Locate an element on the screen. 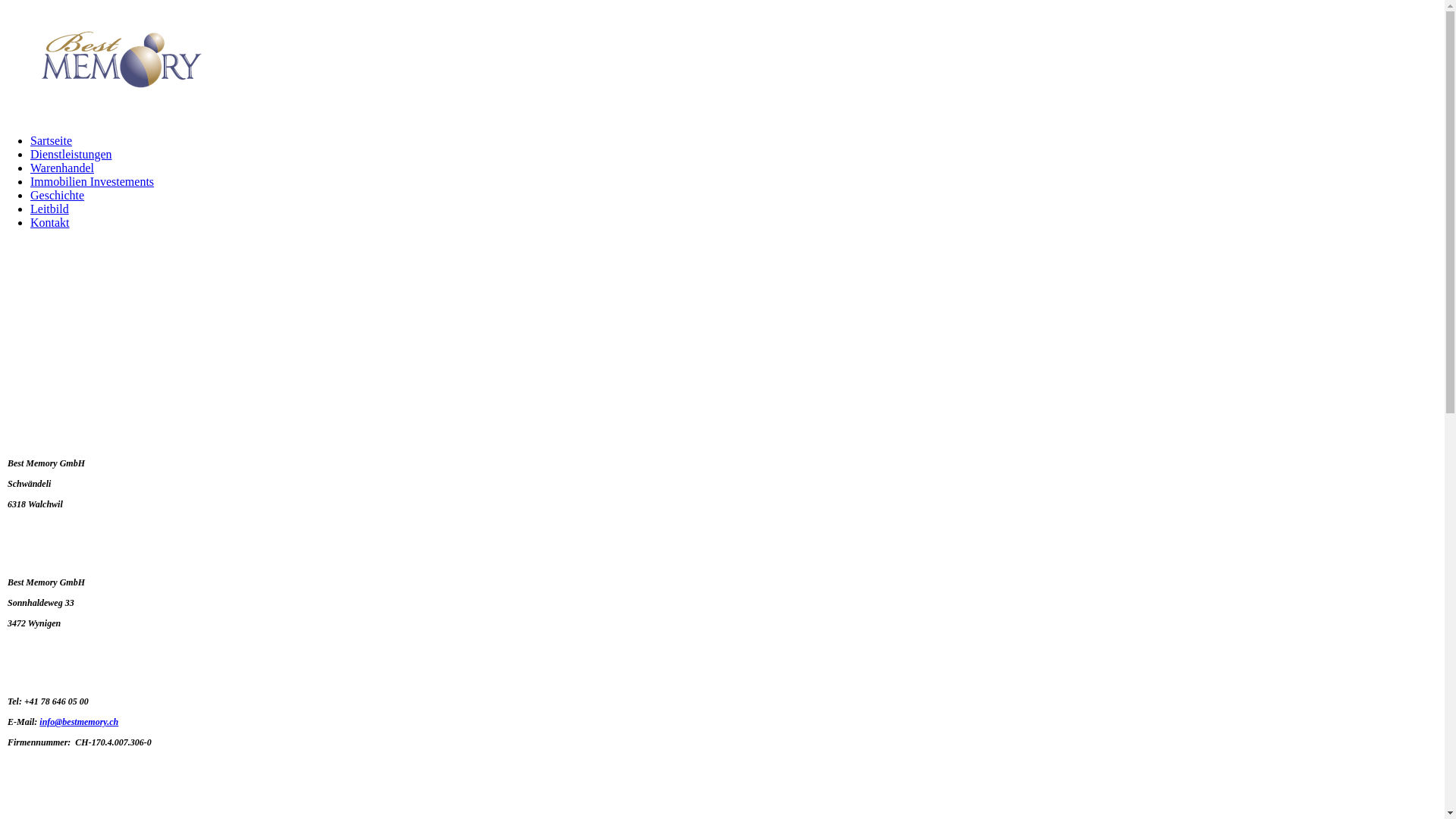 Image resolution: width=1456 pixels, height=819 pixels. 'Leitbild' is located at coordinates (49, 209).